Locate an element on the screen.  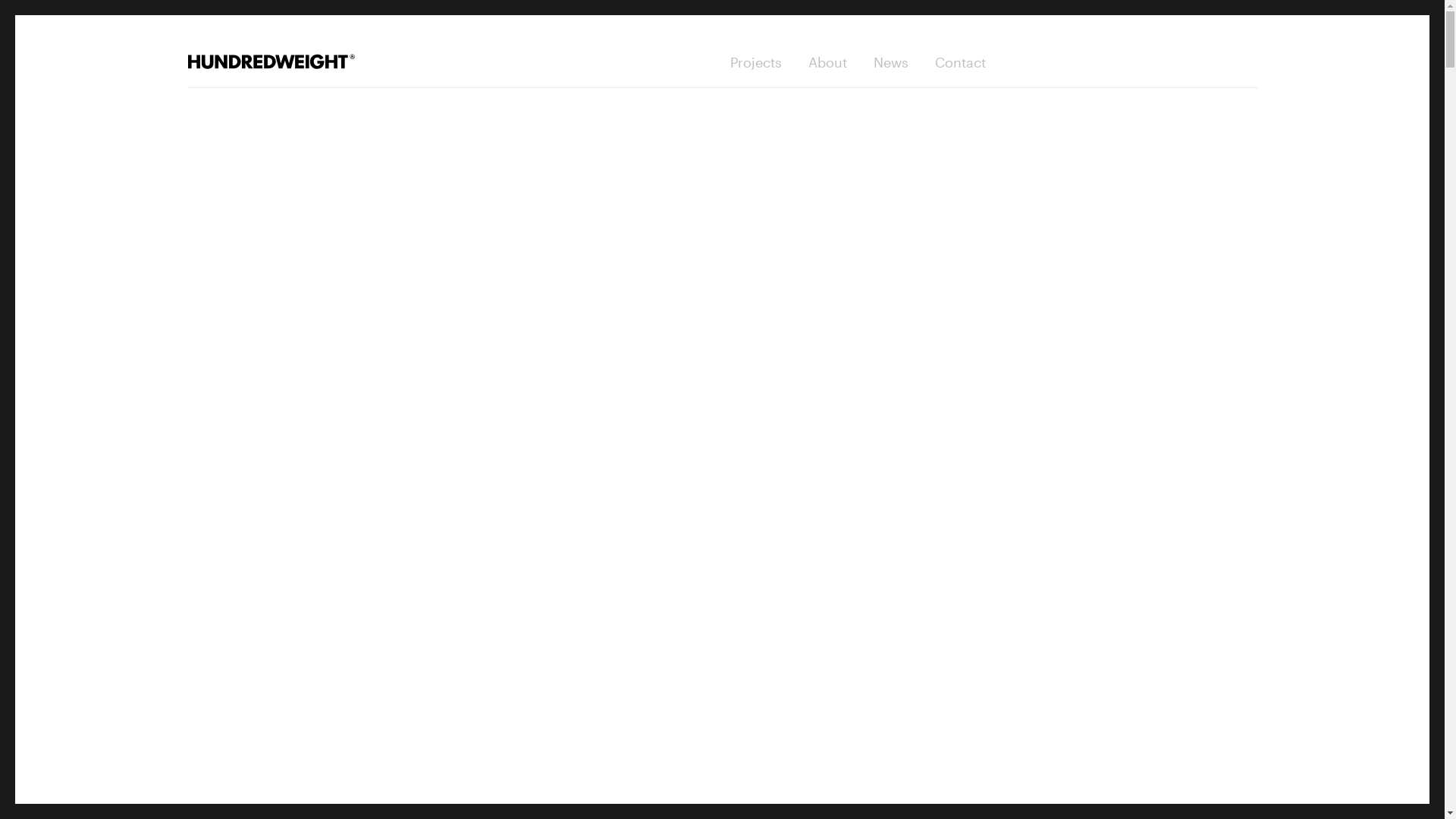
'About' is located at coordinates (827, 61).